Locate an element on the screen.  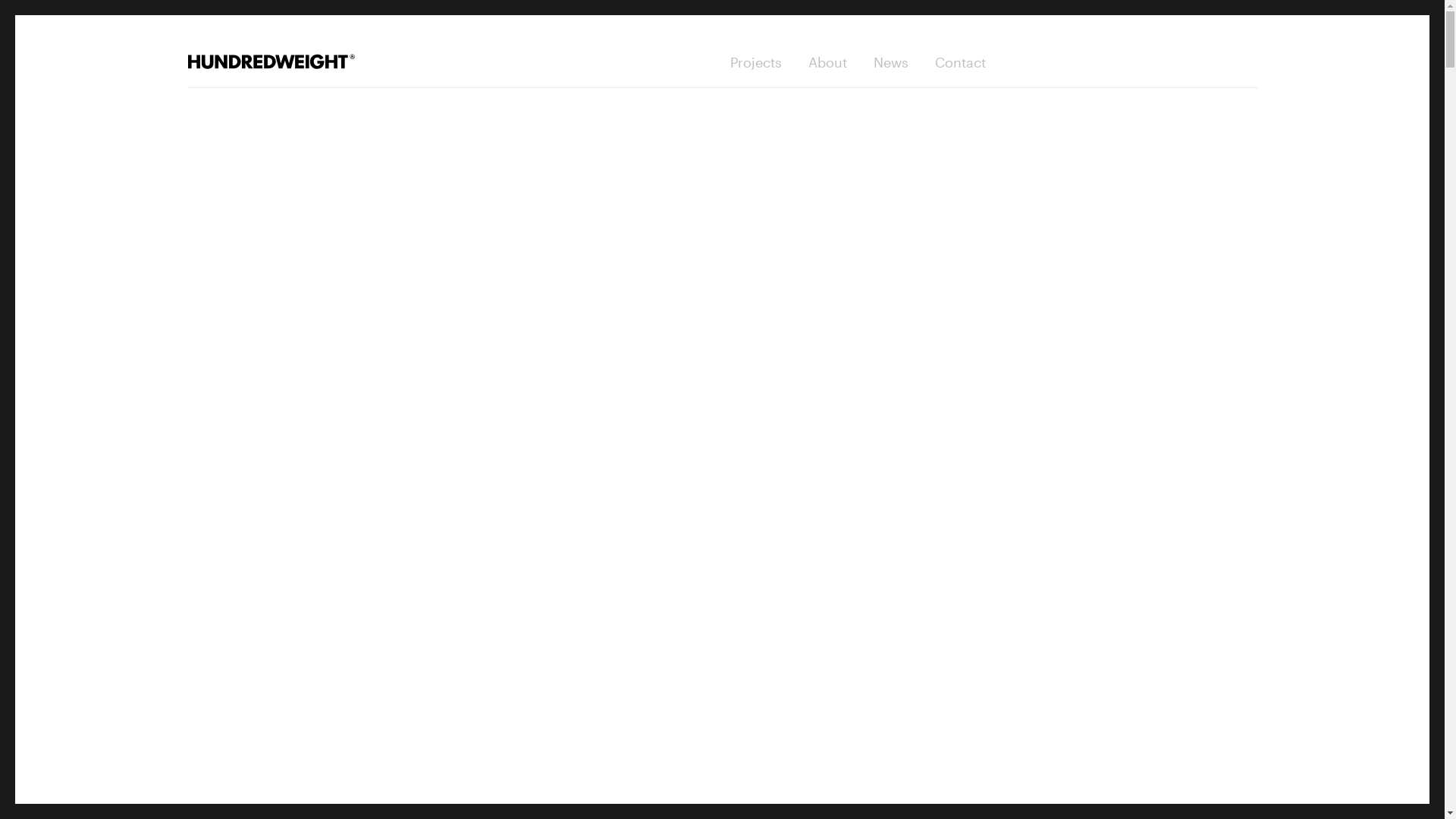
'About' is located at coordinates (827, 61).